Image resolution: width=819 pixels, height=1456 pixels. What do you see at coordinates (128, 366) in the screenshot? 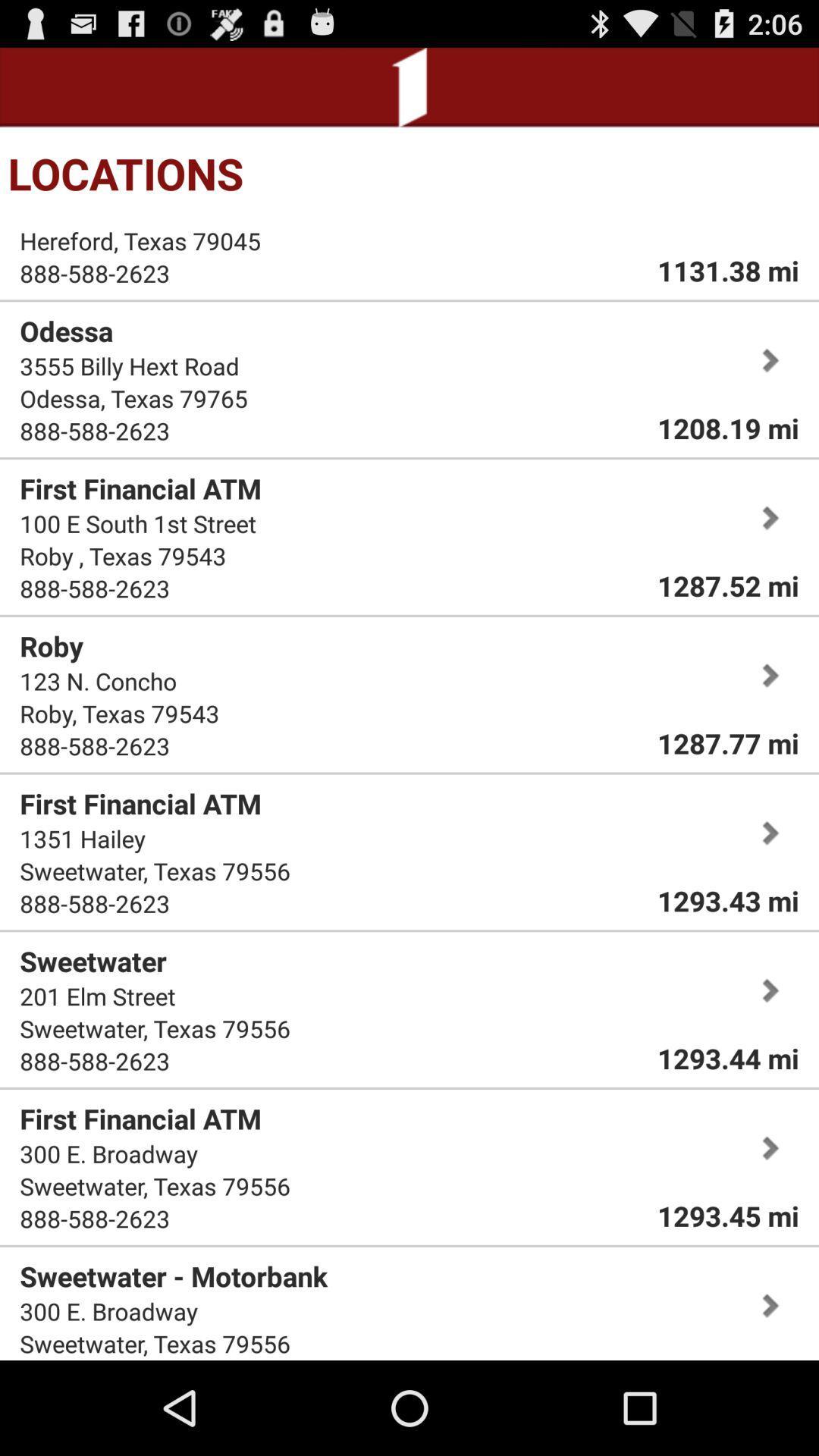
I see `the app below the odessa item` at bounding box center [128, 366].